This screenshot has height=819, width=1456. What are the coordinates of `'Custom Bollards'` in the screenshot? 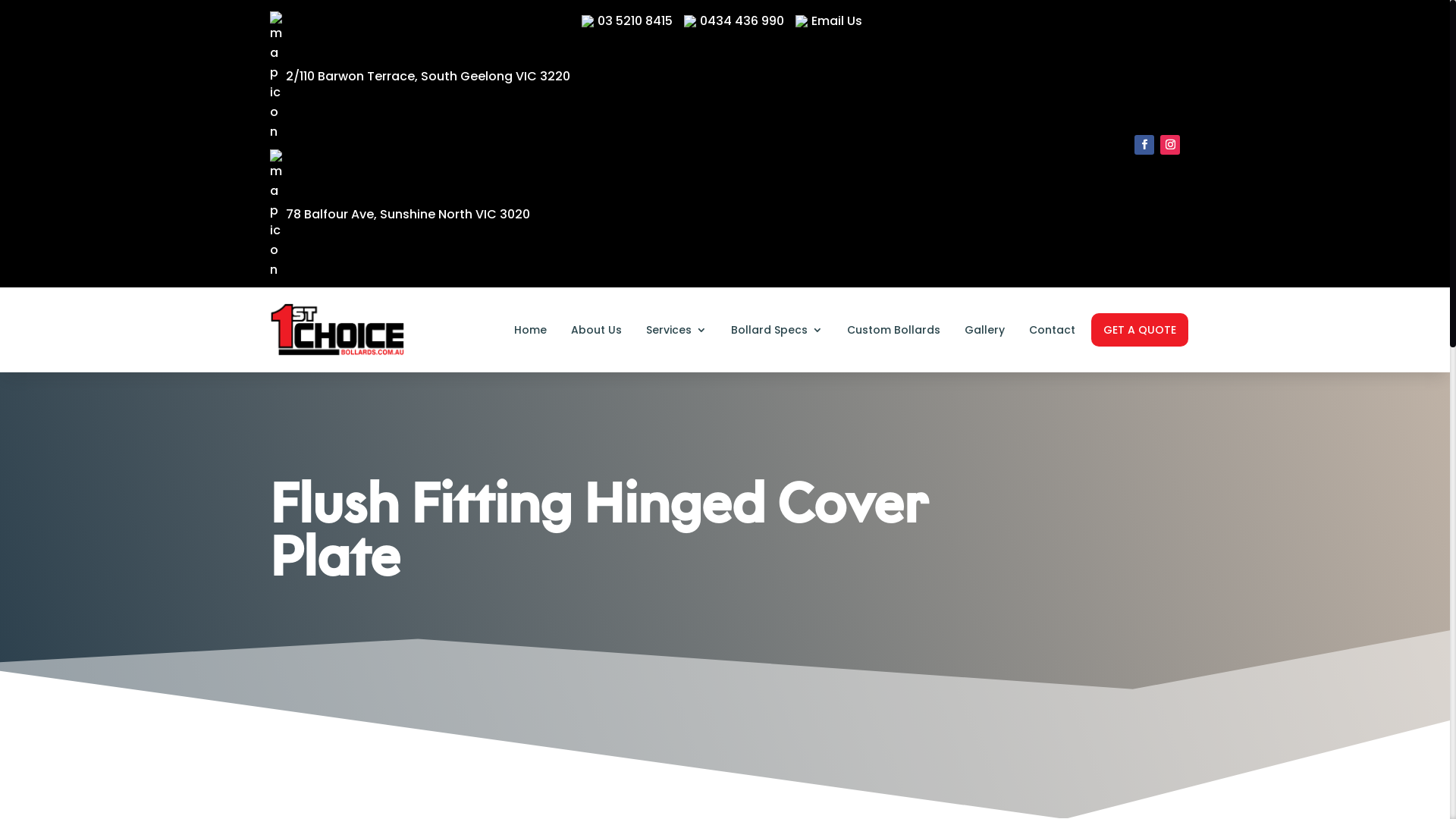 It's located at (893, 329).